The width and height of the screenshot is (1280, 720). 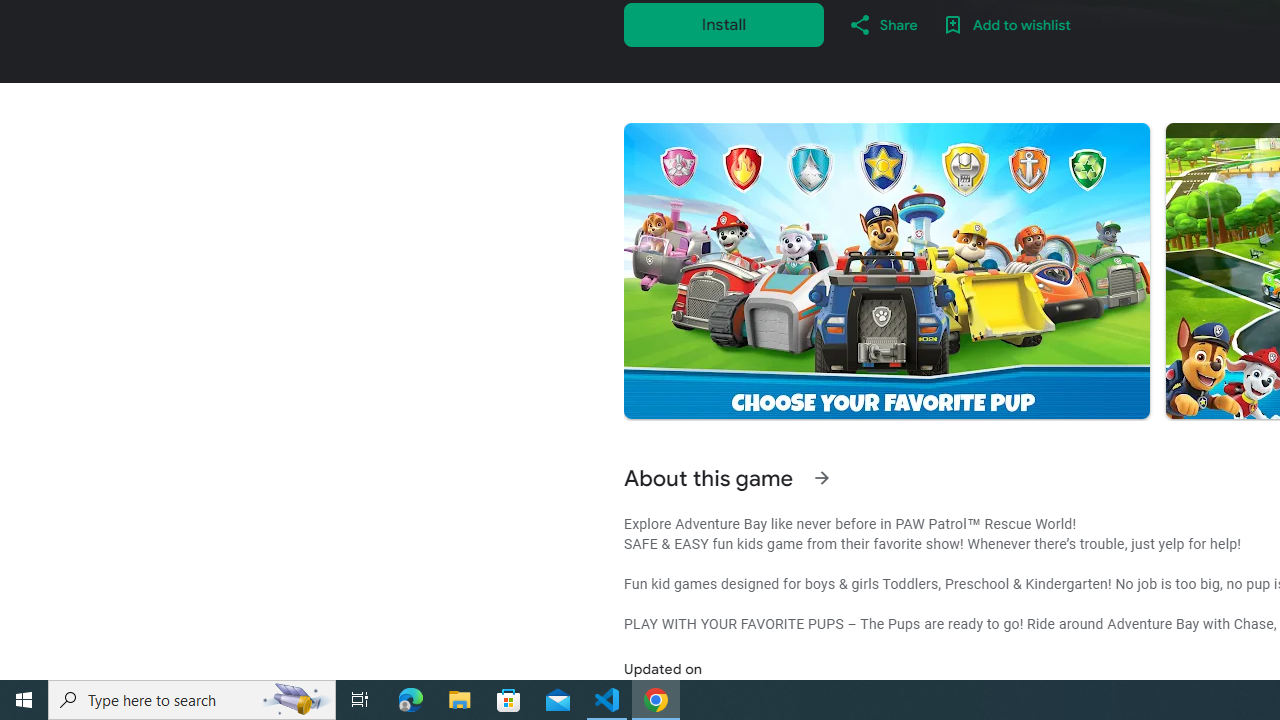 I want to click on 'Add to wishlist', so click(x=1006, y=24).